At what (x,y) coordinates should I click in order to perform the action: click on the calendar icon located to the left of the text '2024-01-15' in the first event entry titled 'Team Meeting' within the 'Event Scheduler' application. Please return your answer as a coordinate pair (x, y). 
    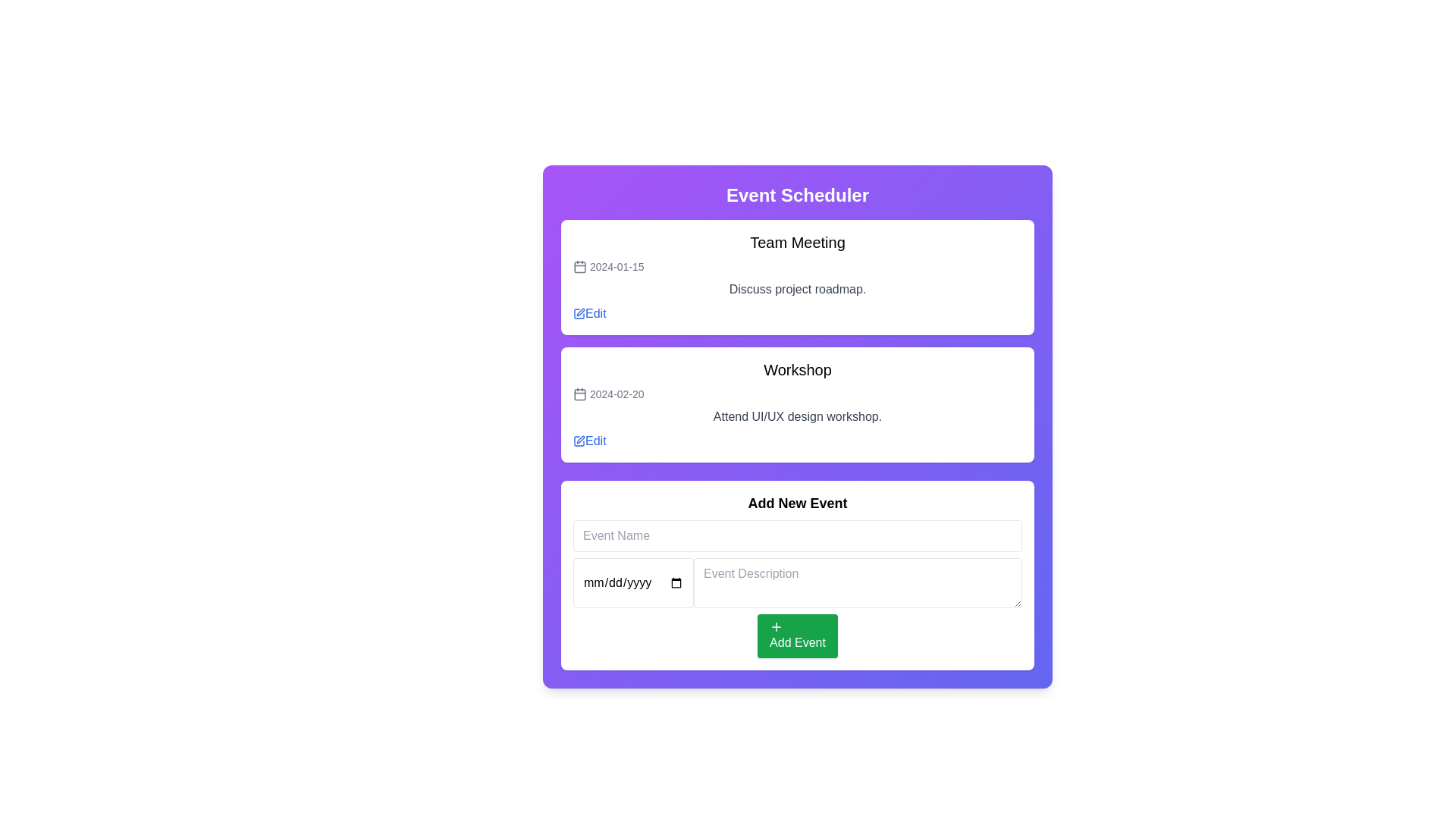
    Looking at the image, I should click on (579, 266).